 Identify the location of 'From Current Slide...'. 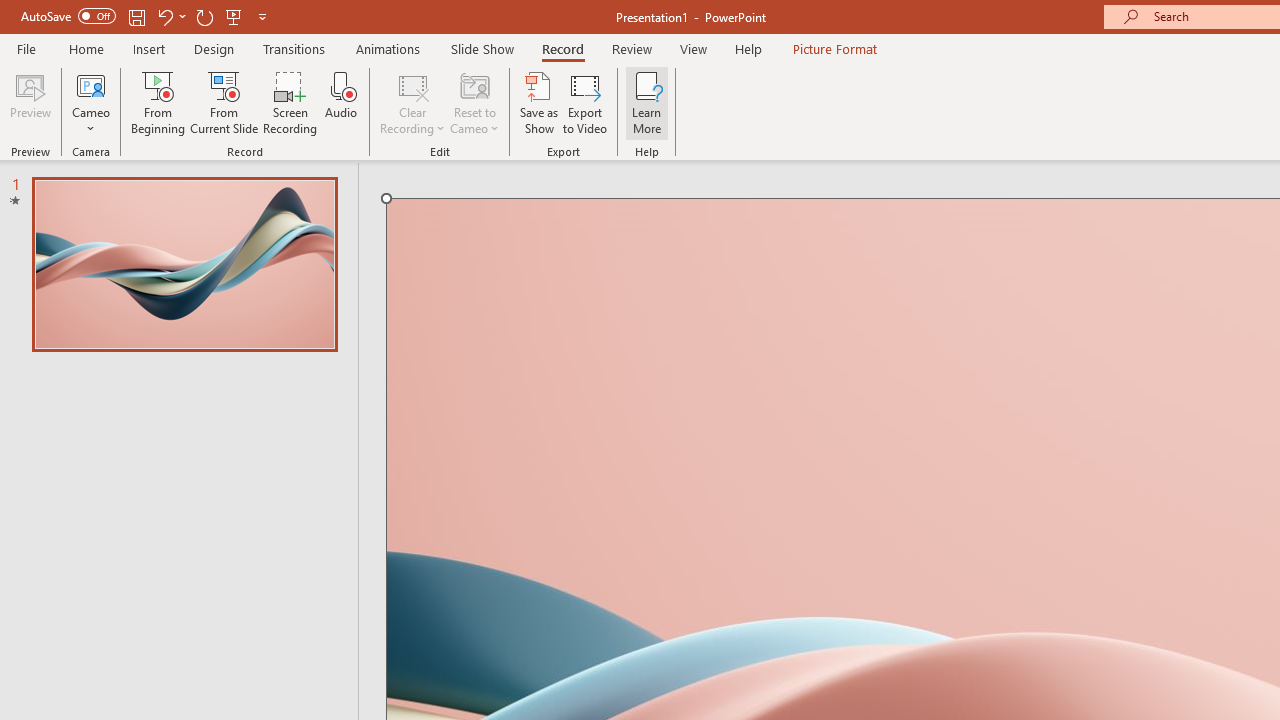
(224, 103).